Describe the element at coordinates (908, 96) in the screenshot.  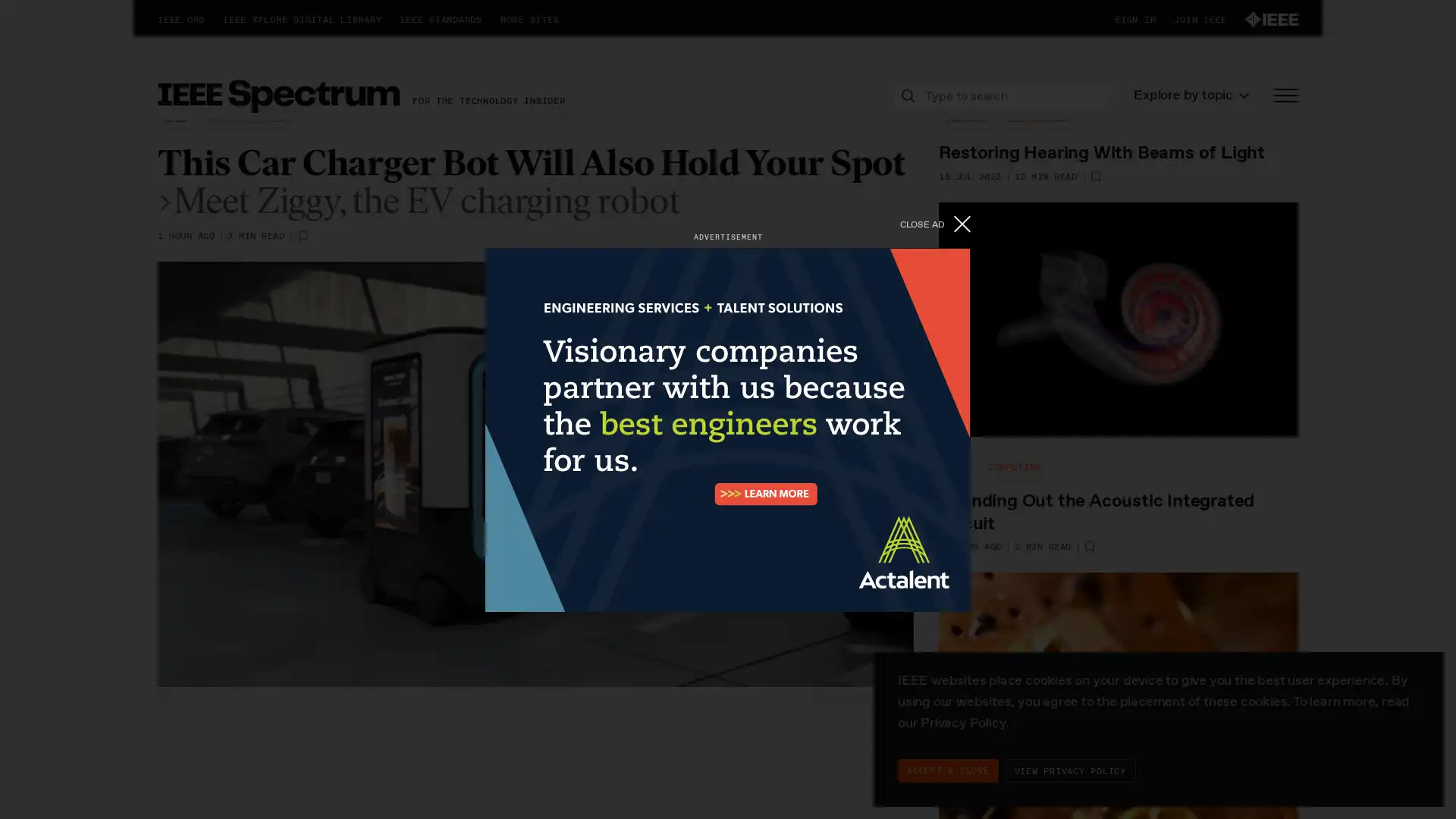
I see `Search` at that location.